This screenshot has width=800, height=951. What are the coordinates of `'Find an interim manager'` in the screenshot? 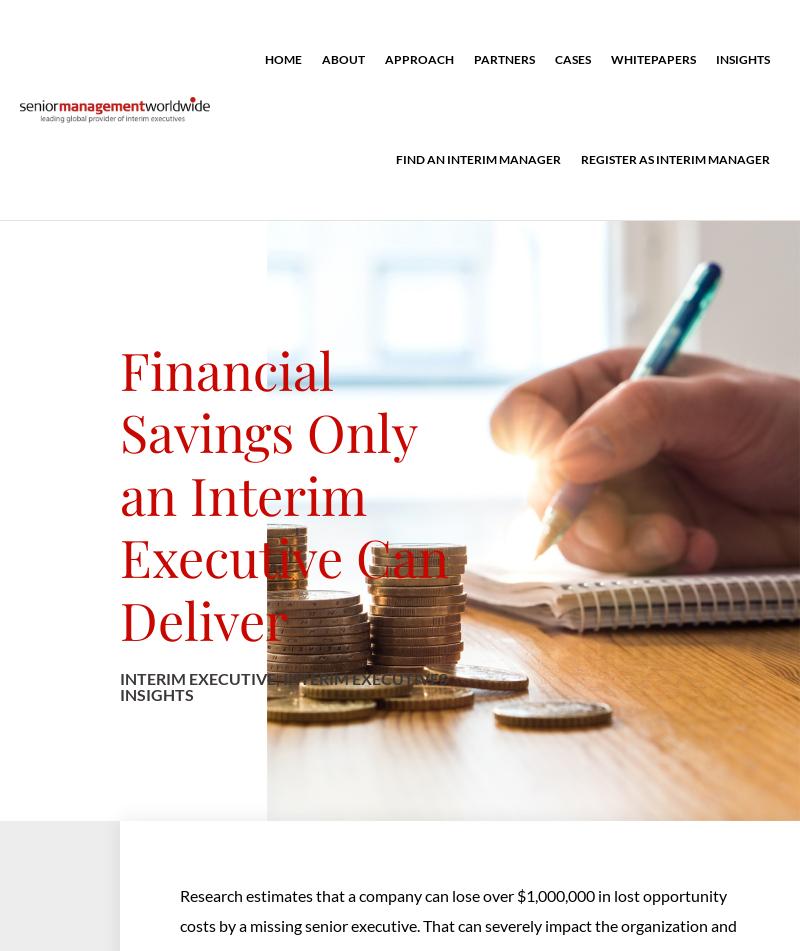 It's located at (478, 159).